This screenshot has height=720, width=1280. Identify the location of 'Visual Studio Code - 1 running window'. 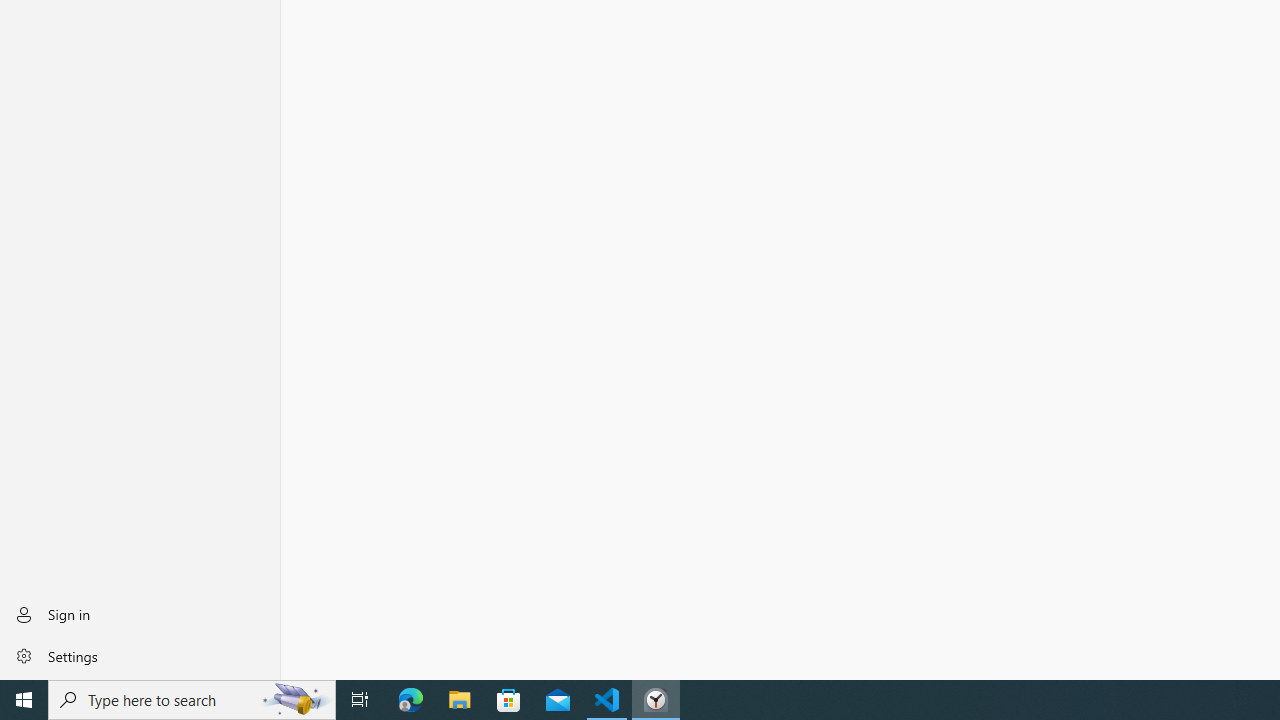
(606, 698).